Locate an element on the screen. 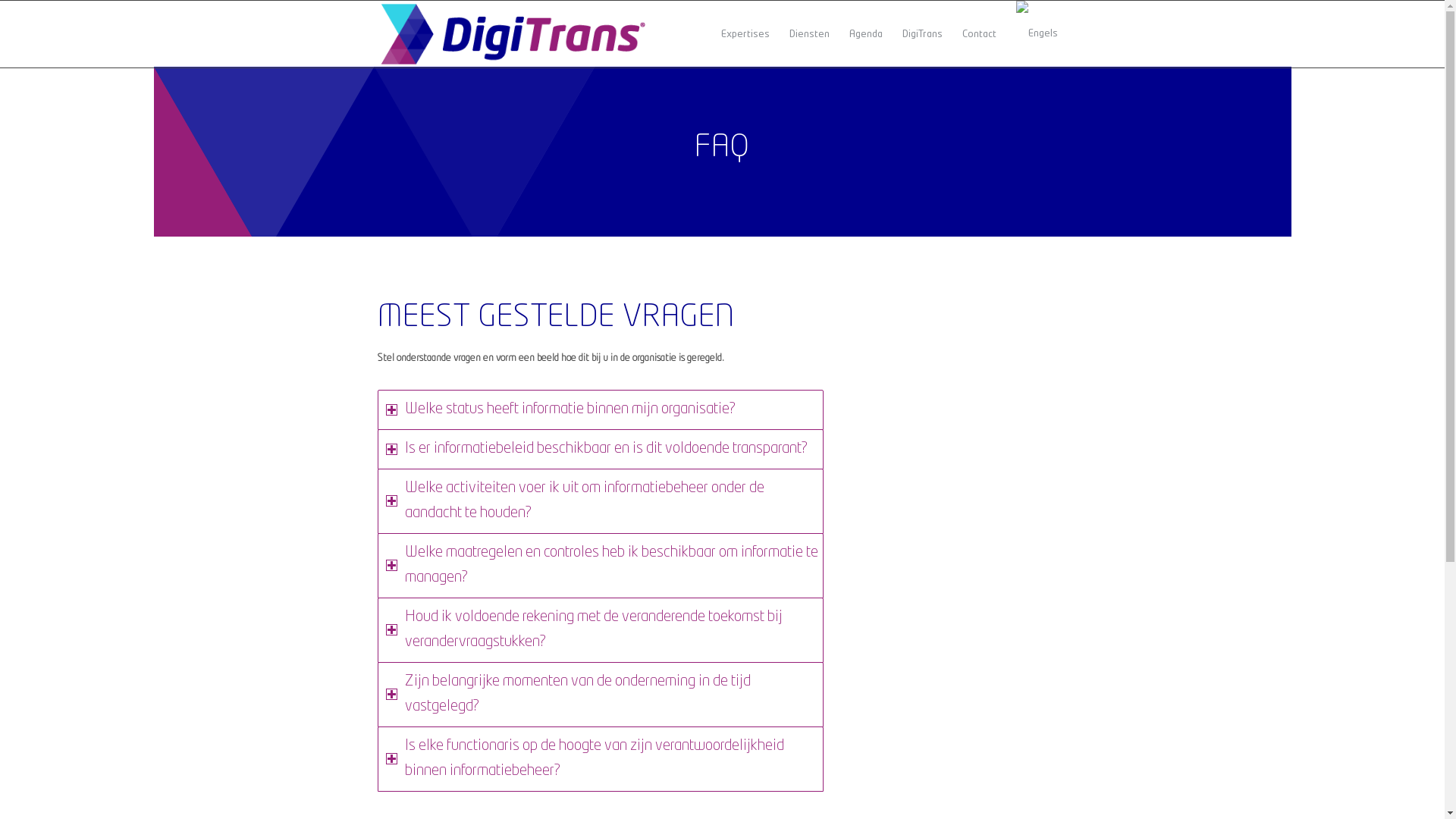 Image resolution: width=1456 pixels, height=819 pixels. 'Contact' is located at coordinates (979, 34).